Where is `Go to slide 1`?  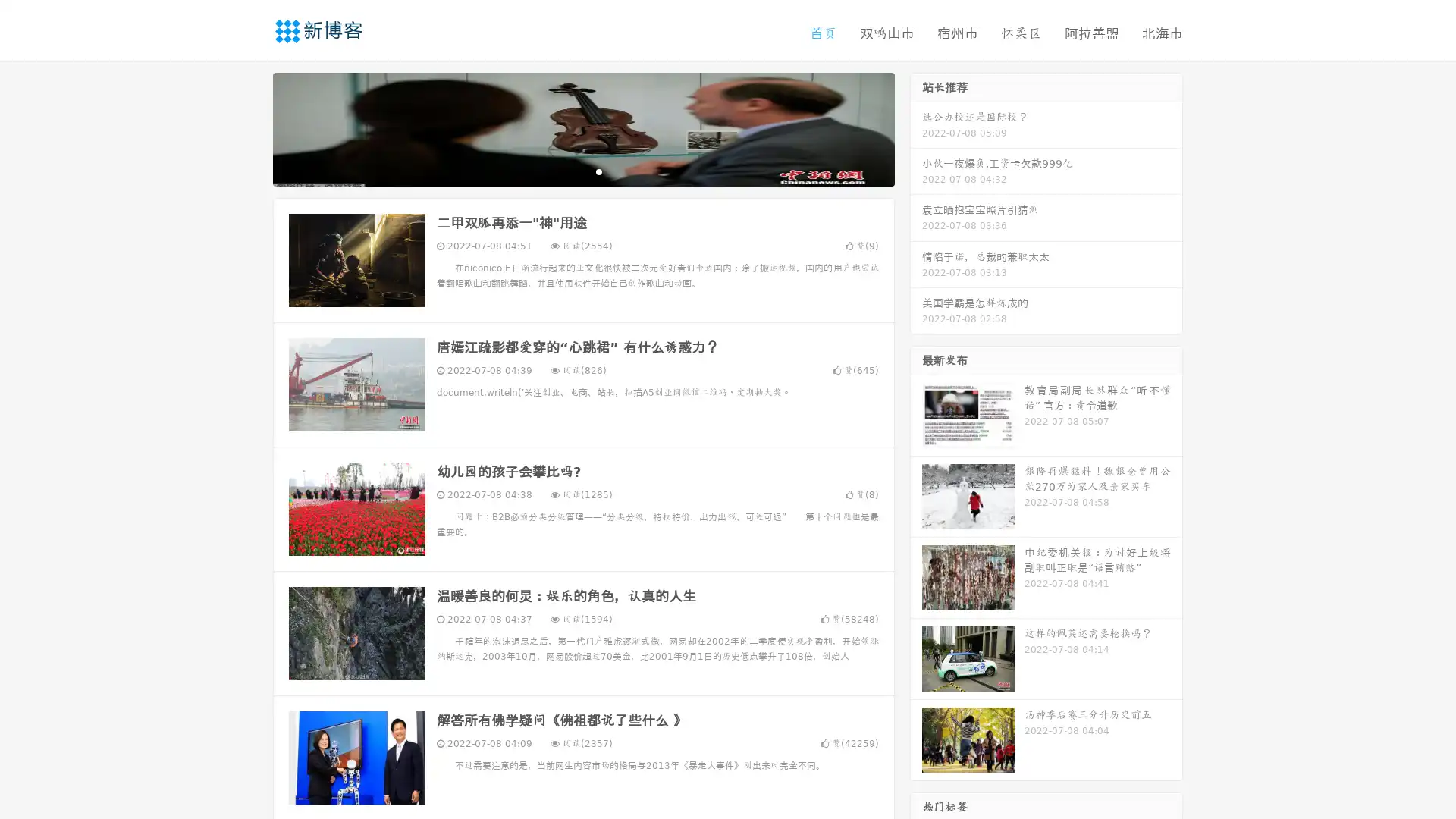 Go to slide 1 is located at coordinates (567, 171).